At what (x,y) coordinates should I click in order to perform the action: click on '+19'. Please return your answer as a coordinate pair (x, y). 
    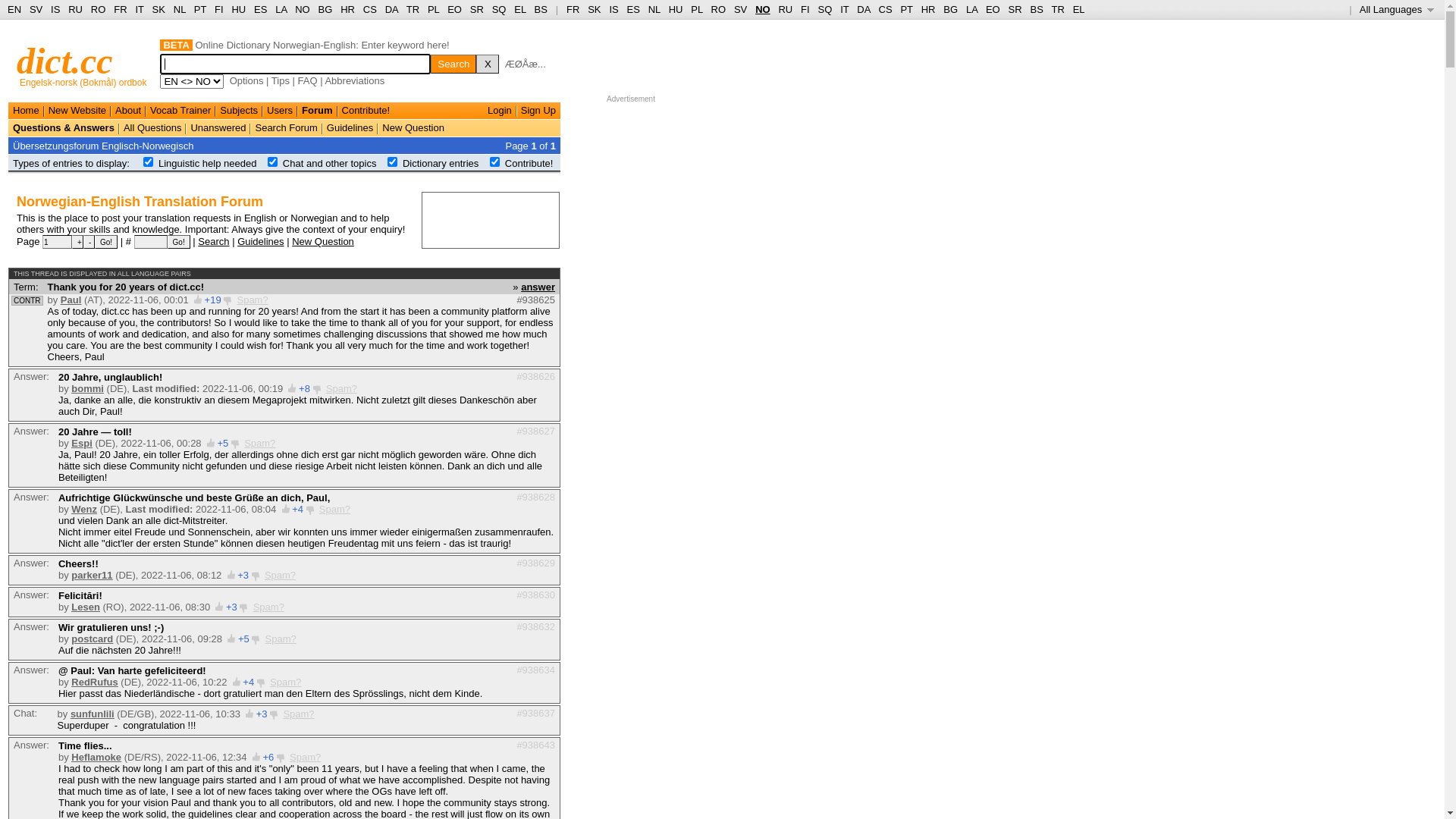
    Looking at the image, I should click on (212, 300).